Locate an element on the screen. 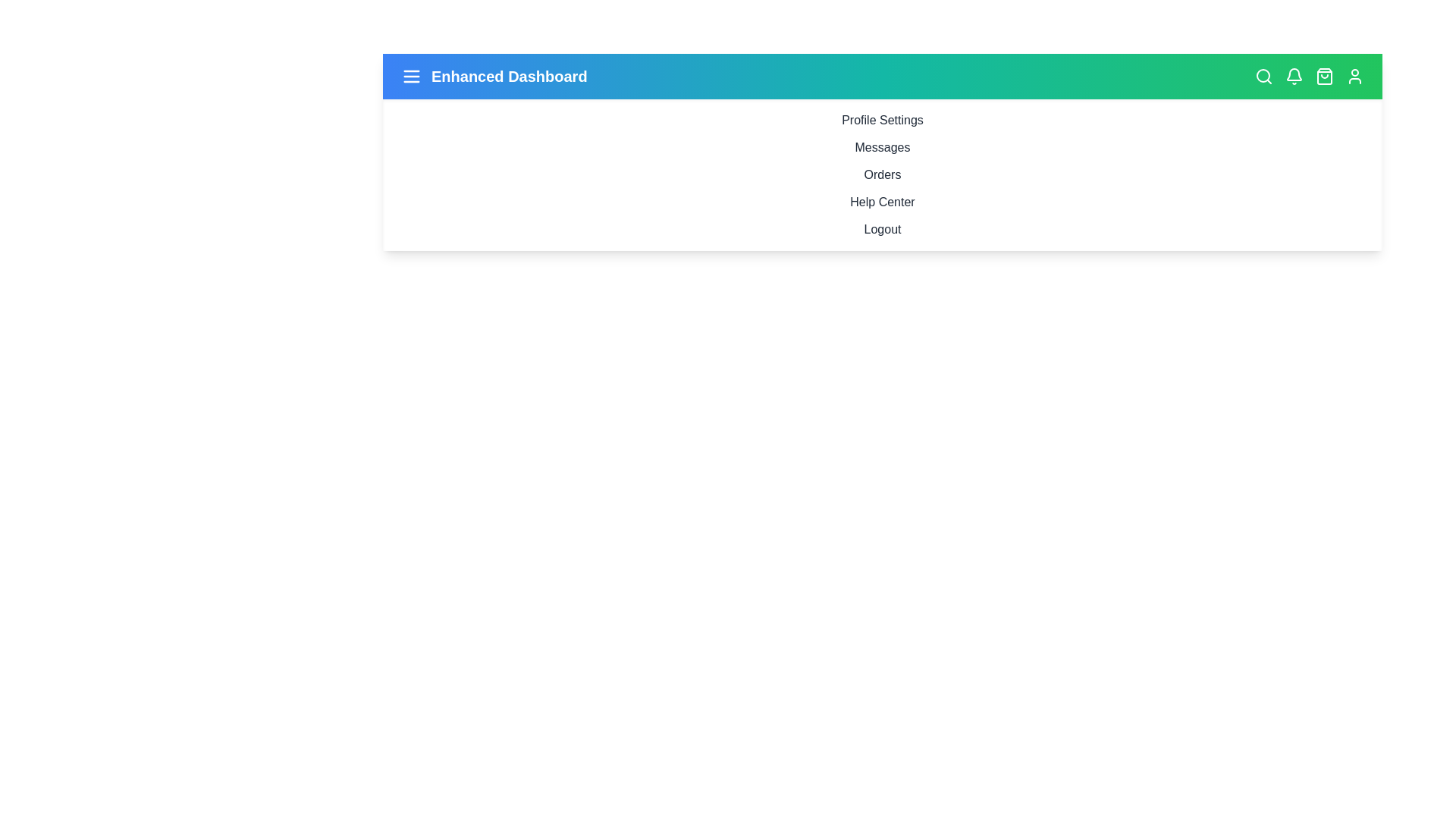  the sidebar menu item Messages is located at coordinates (882, 148).